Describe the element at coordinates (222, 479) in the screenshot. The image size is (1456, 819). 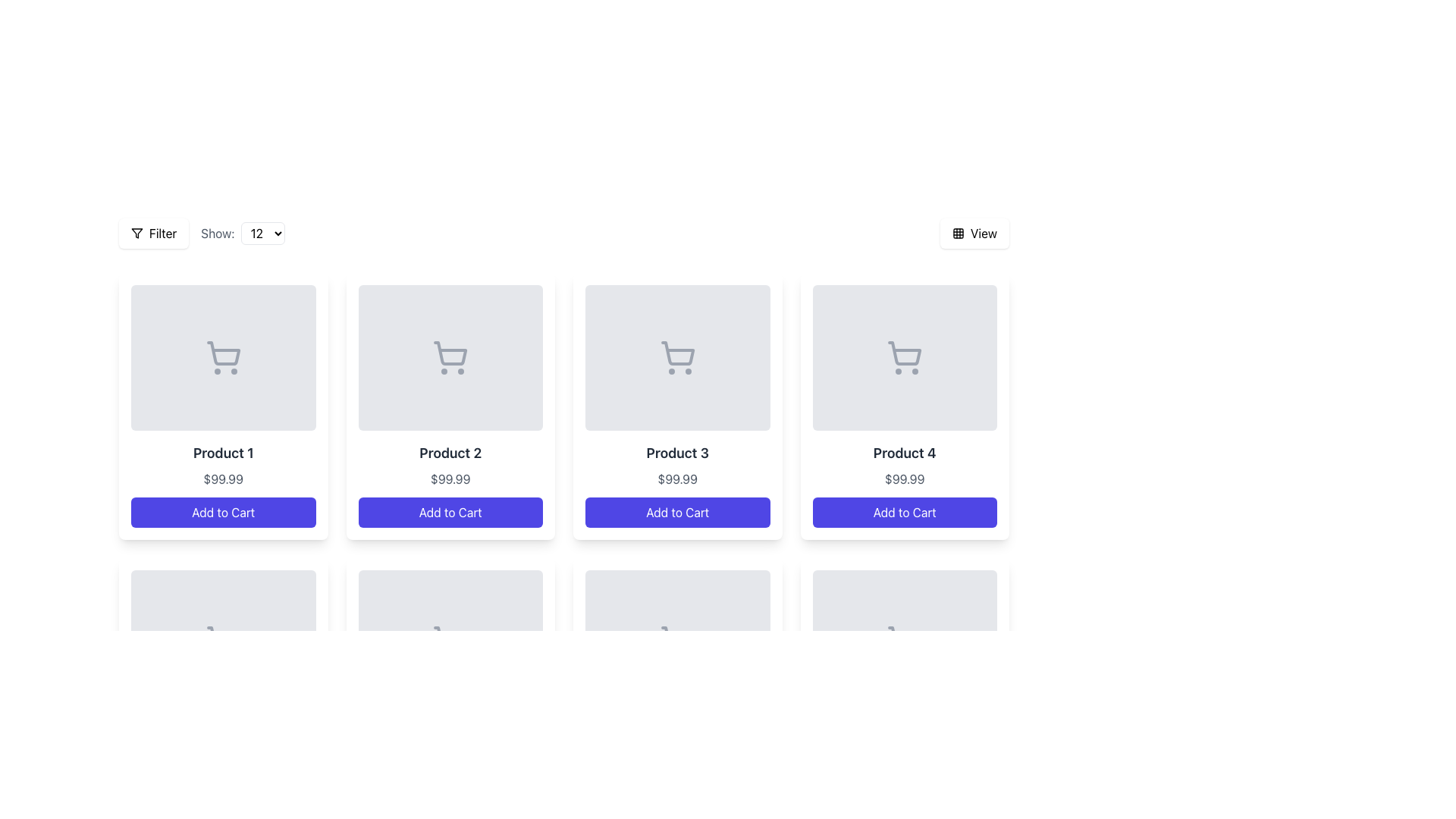
I see `the text label displaying the cost of the product, which is located below the title 'Product 1' and above the 'Add to Cart' button` at that location.